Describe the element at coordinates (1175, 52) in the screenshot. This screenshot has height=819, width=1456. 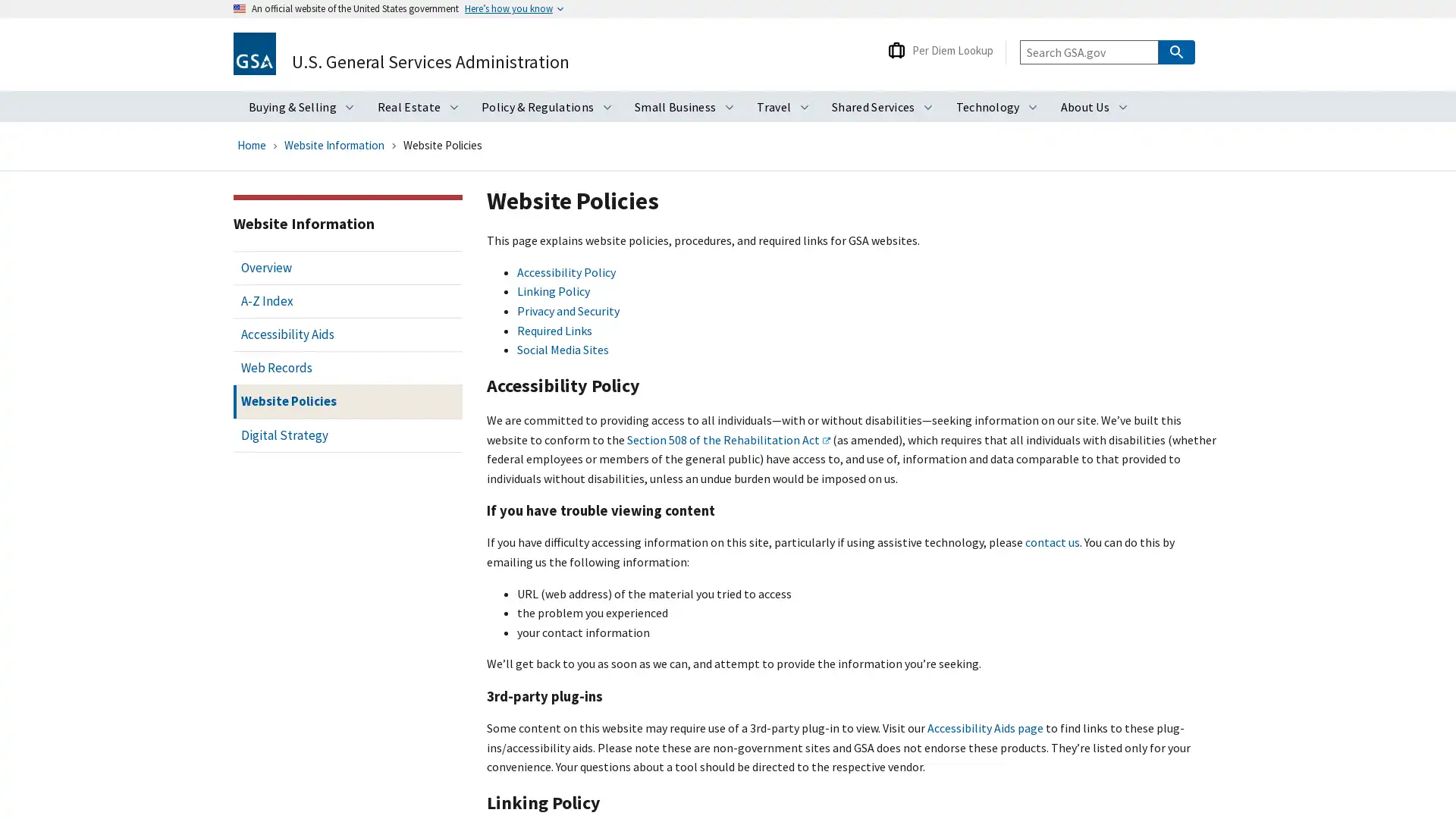
I see `Search` at that location.